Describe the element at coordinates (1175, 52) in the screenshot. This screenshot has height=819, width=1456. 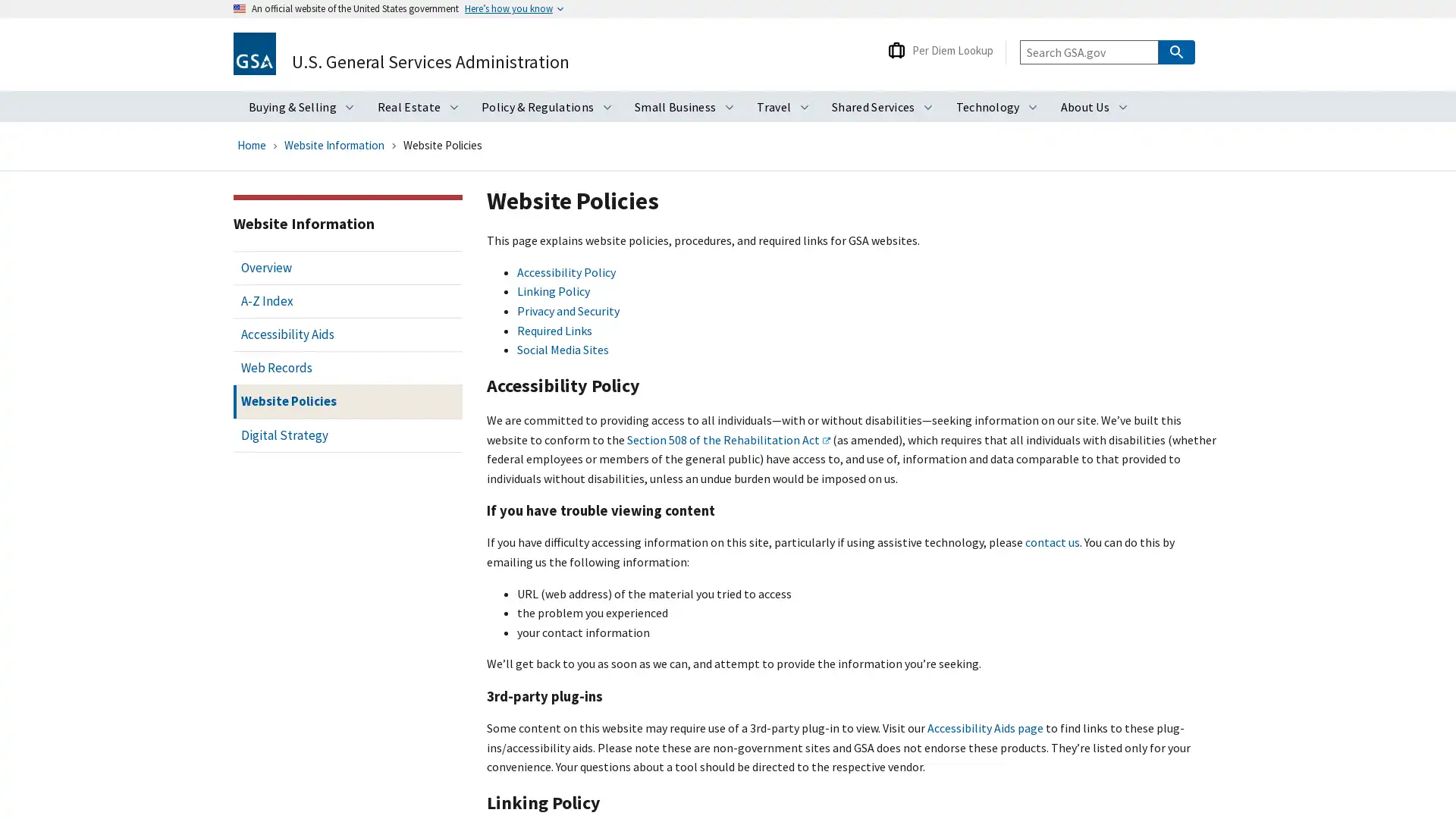
I see `Search` at that location.